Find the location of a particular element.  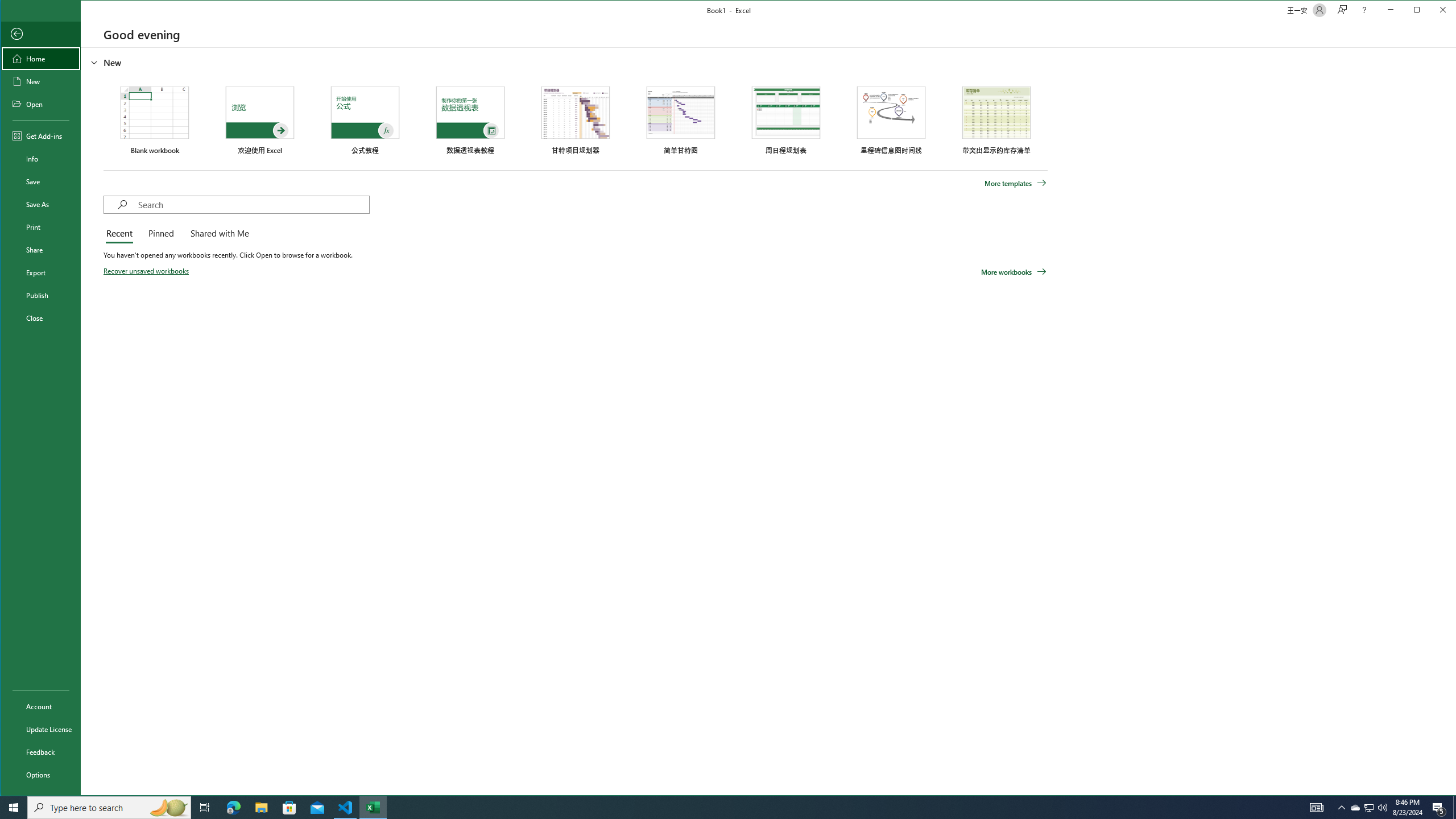

'Type here to search' is located at coordinates (109, 806).